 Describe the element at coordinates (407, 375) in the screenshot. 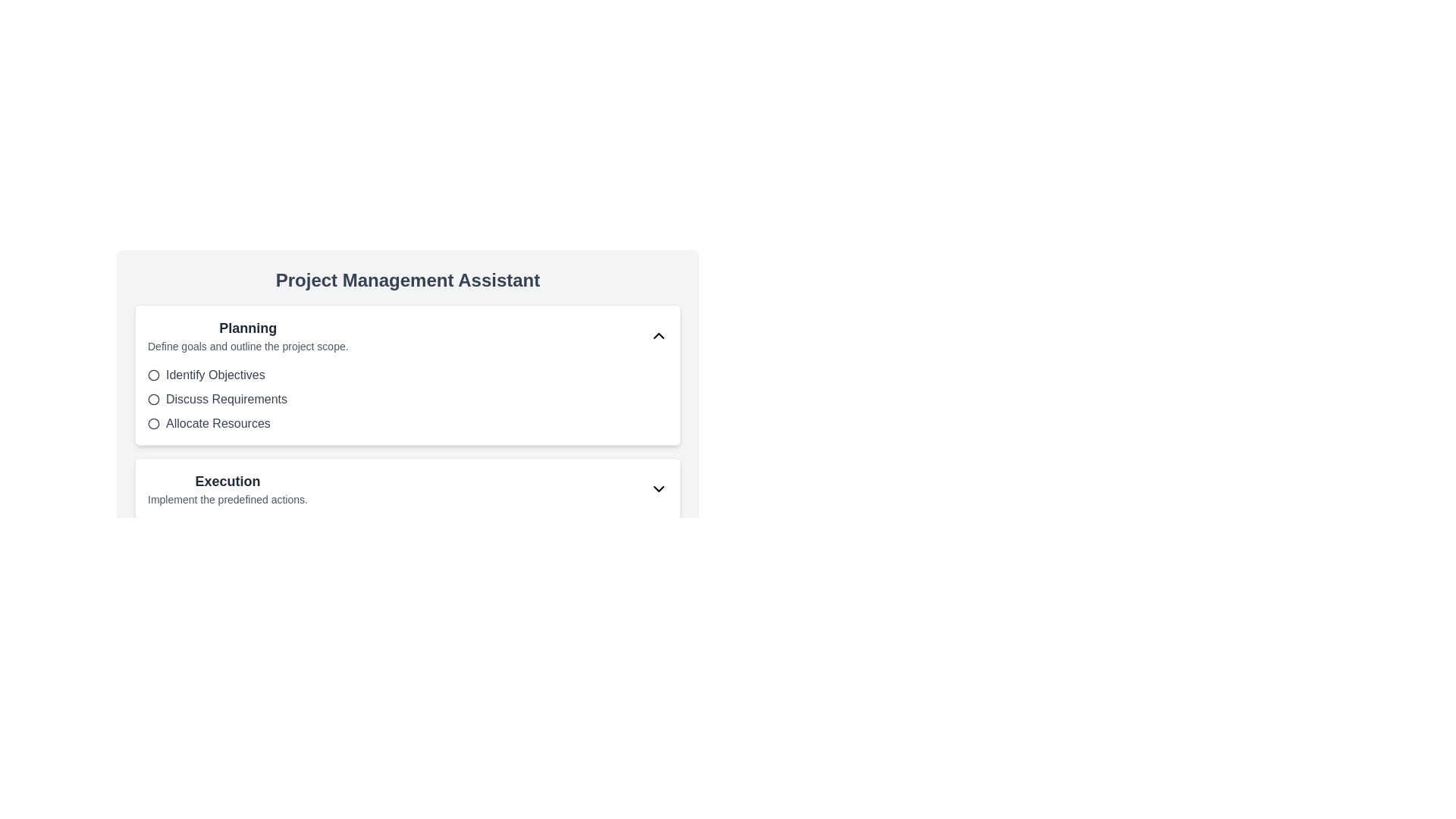

I see `an item from the checklist in the collapsible section related to the 'Planning' phase of project management, positioned below the header of 'Project Management Assistant'` at that location.